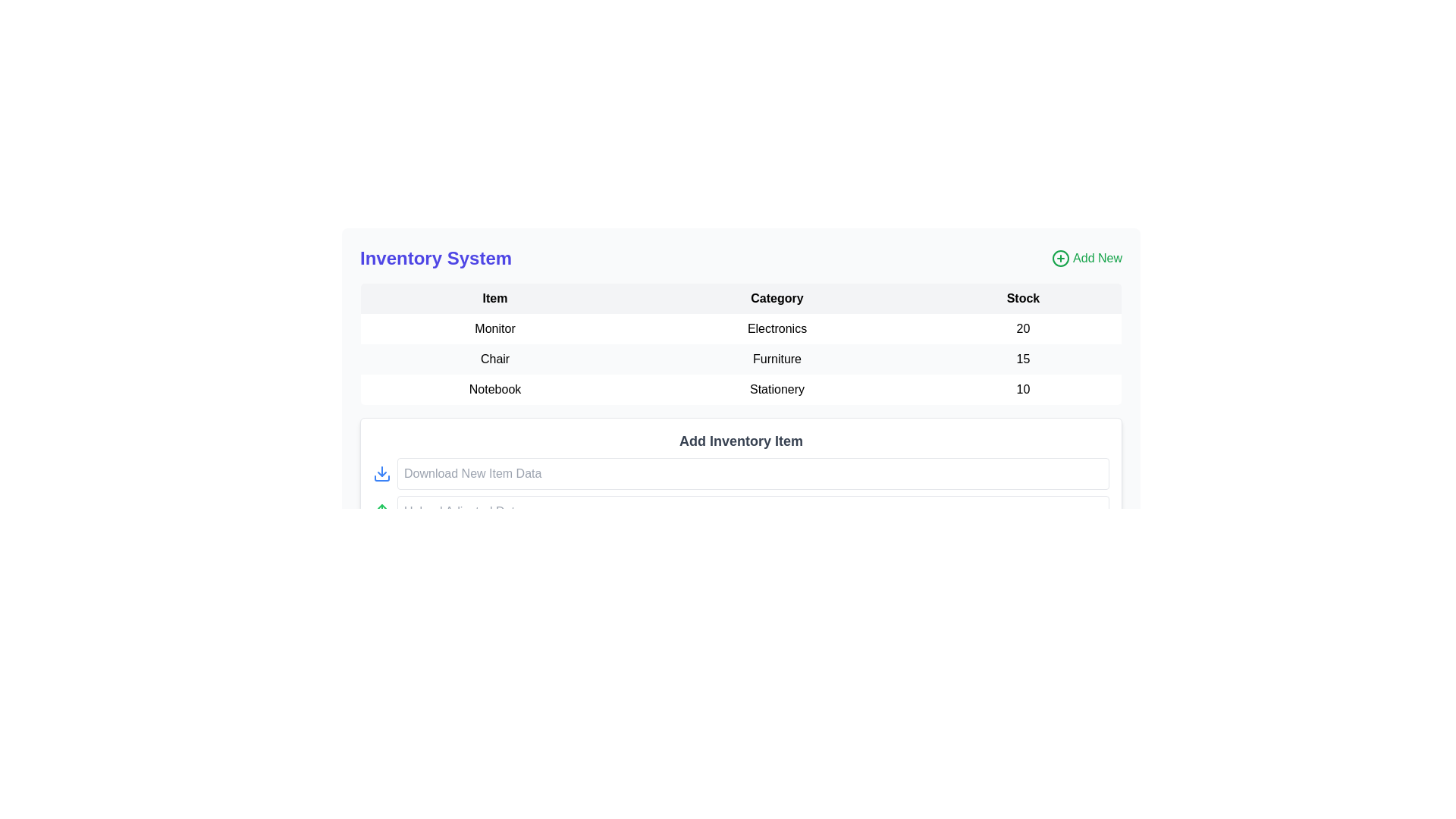 The image size is (1456, 819). I want to click on the text element displaying '15' in bold within the Stock column of the second row of the table, as it is interactive, so click(1023, 359).